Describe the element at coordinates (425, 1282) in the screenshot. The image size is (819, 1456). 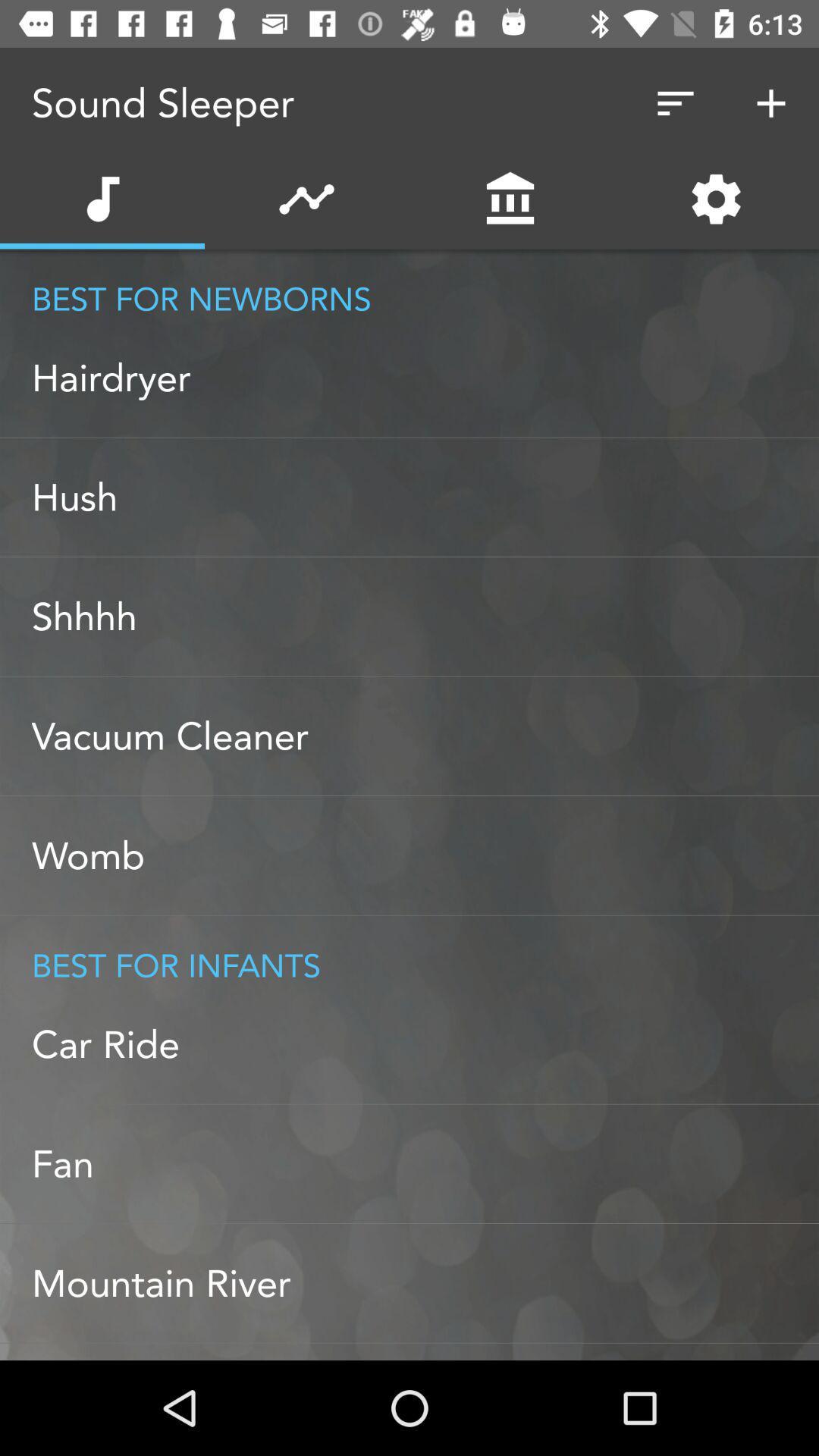
I see `mountain river` at that location.